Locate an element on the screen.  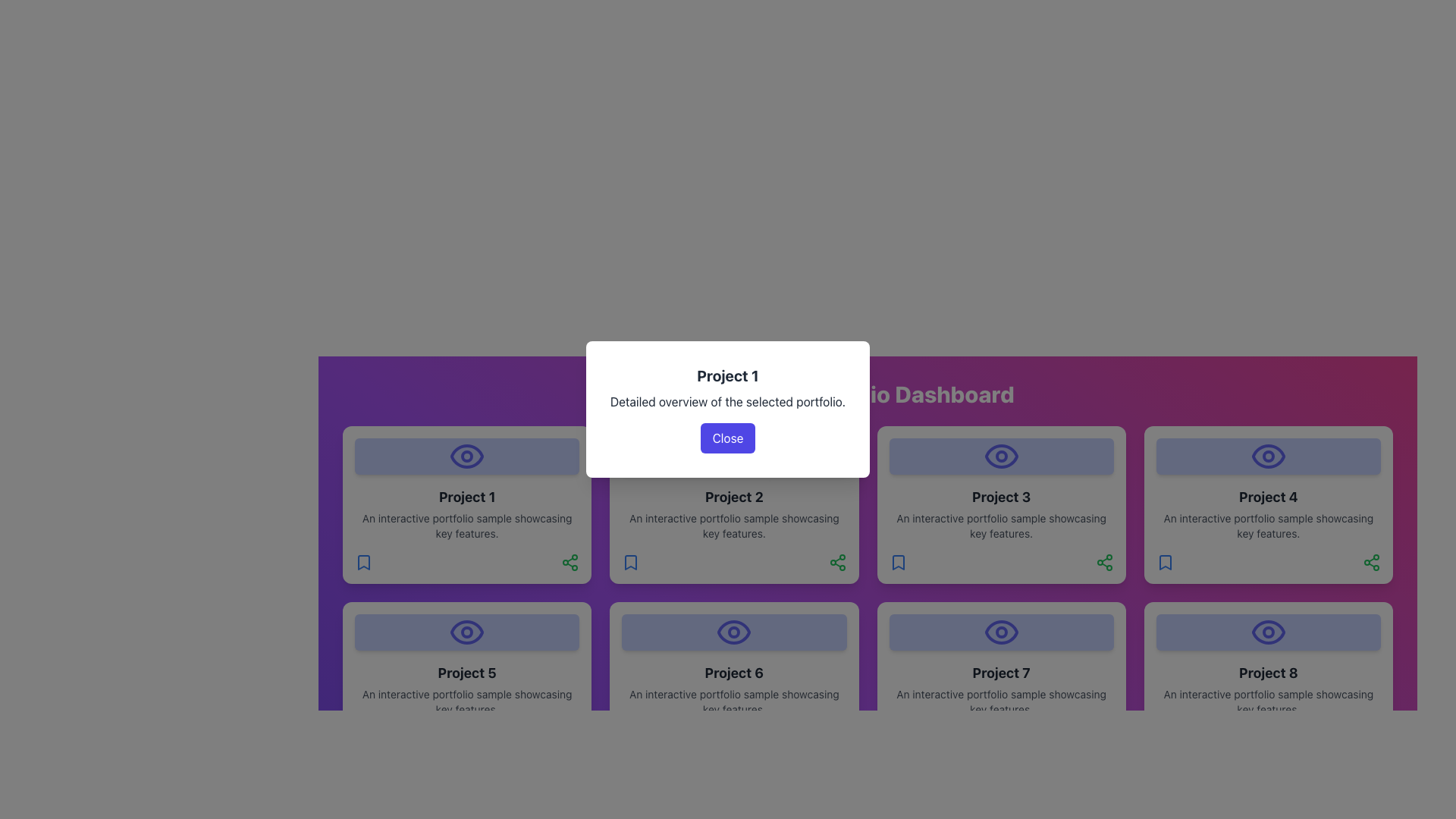
the circular pupil element of the eye icon within the 'Project 1' card located at the top-left corner of the grid layout is located at coordinates (466, 455).